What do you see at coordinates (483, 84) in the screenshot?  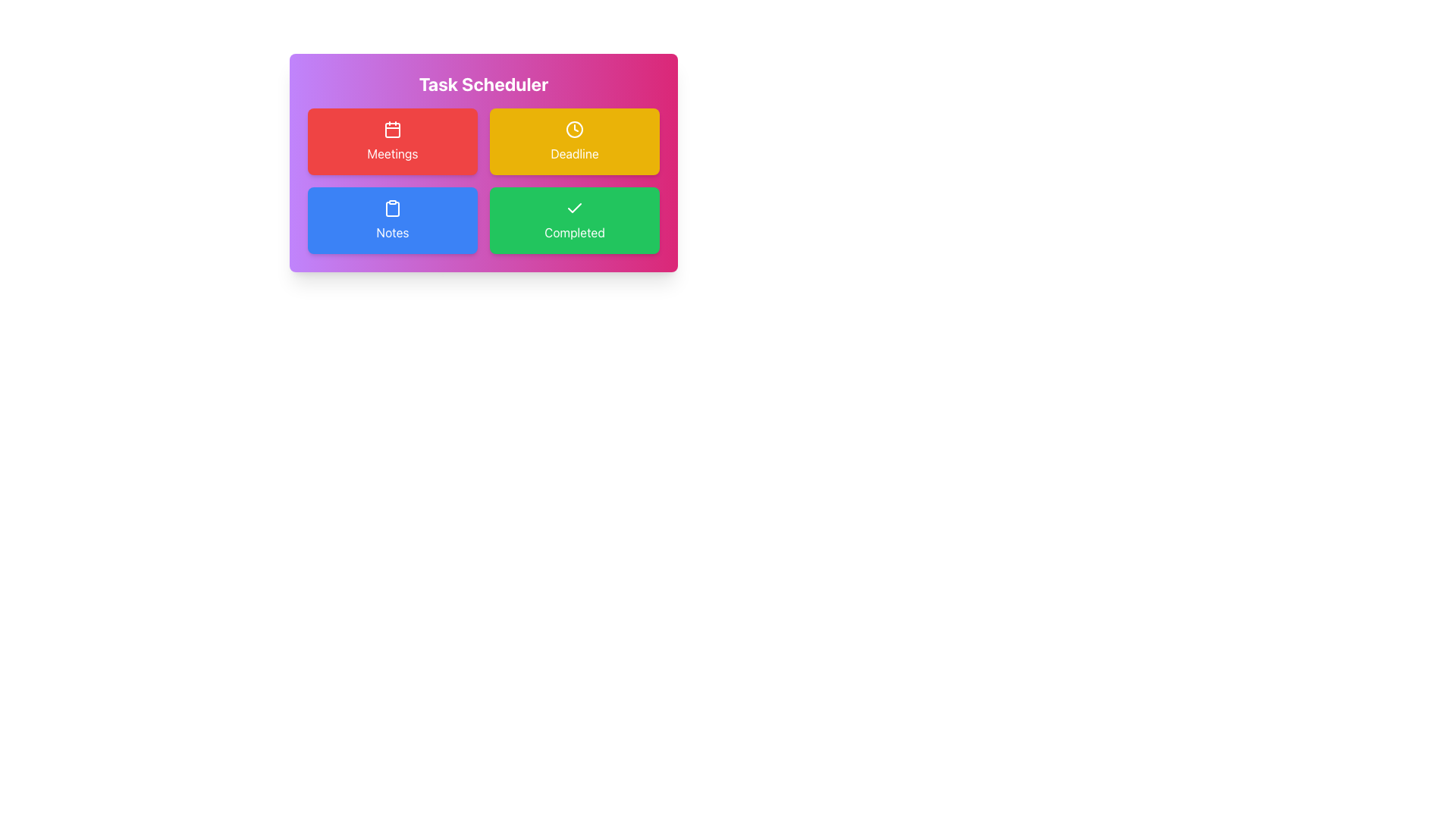 I see `the 'Task Scheduler' label at the top-center of the card, which is displayed in a bold, large white font against a gradient purple to pink background` at bounding box center [483, 84].